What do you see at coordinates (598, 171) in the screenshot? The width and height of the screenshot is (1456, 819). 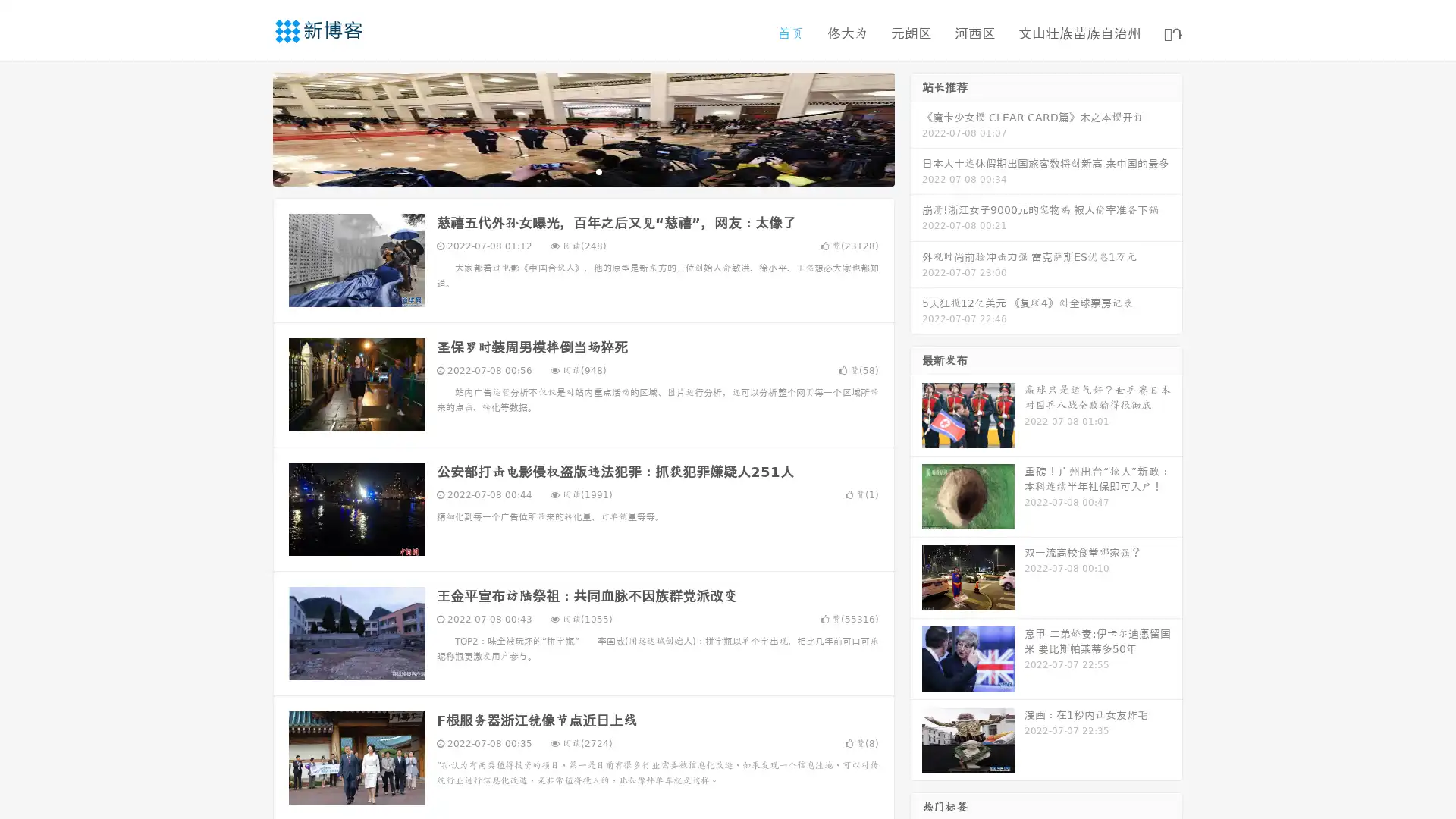 I see `Go to slide 3` at bounding box center [598, 171].